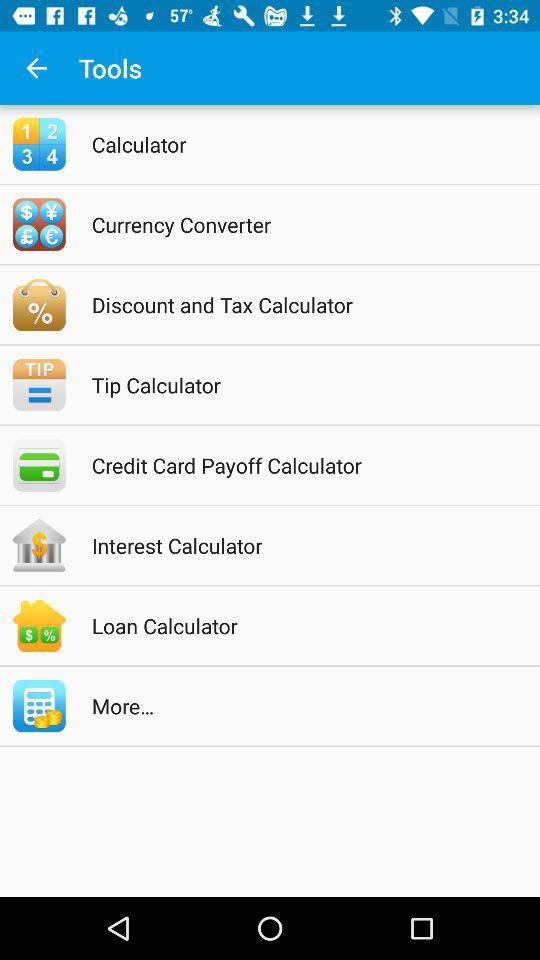  I want to click on the credit card payoff, so click(295, 465).